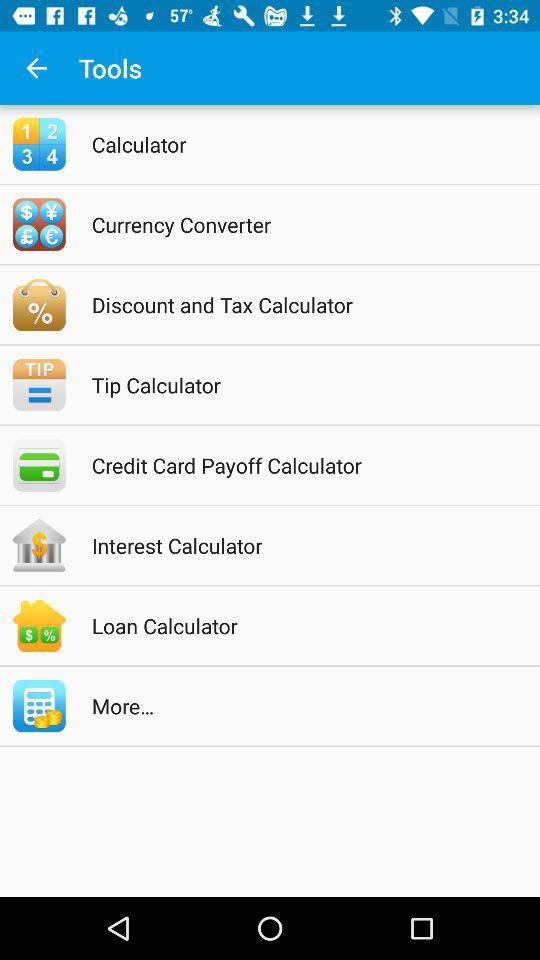  I want to click on the credit card payoff, so click(295, 465).